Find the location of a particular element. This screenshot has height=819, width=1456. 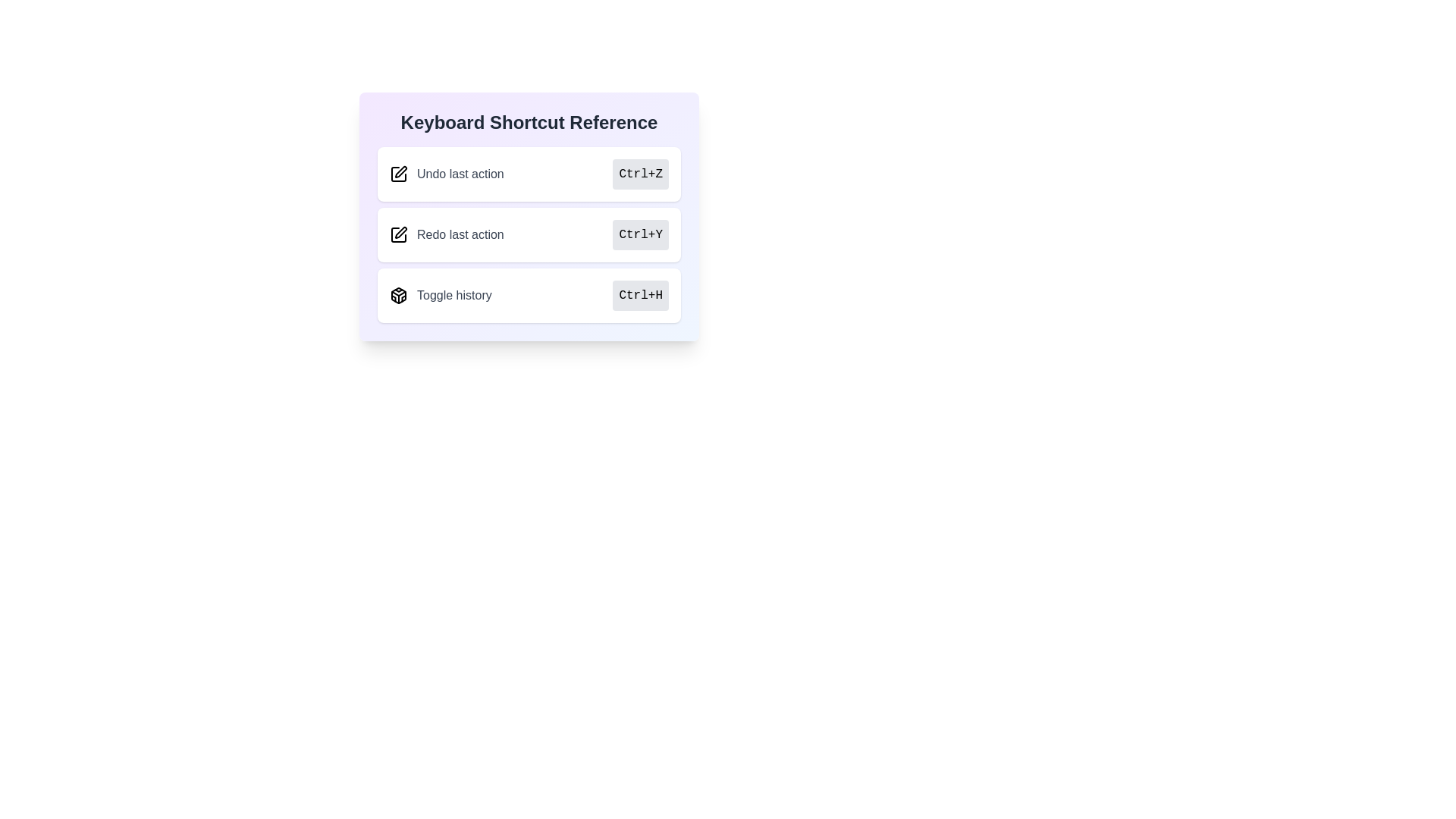

the cubic icon representing a box or package, which is located to the left of the 'Toggle history' label at the bottom of the displayed list is located at coordinates (399, 295).